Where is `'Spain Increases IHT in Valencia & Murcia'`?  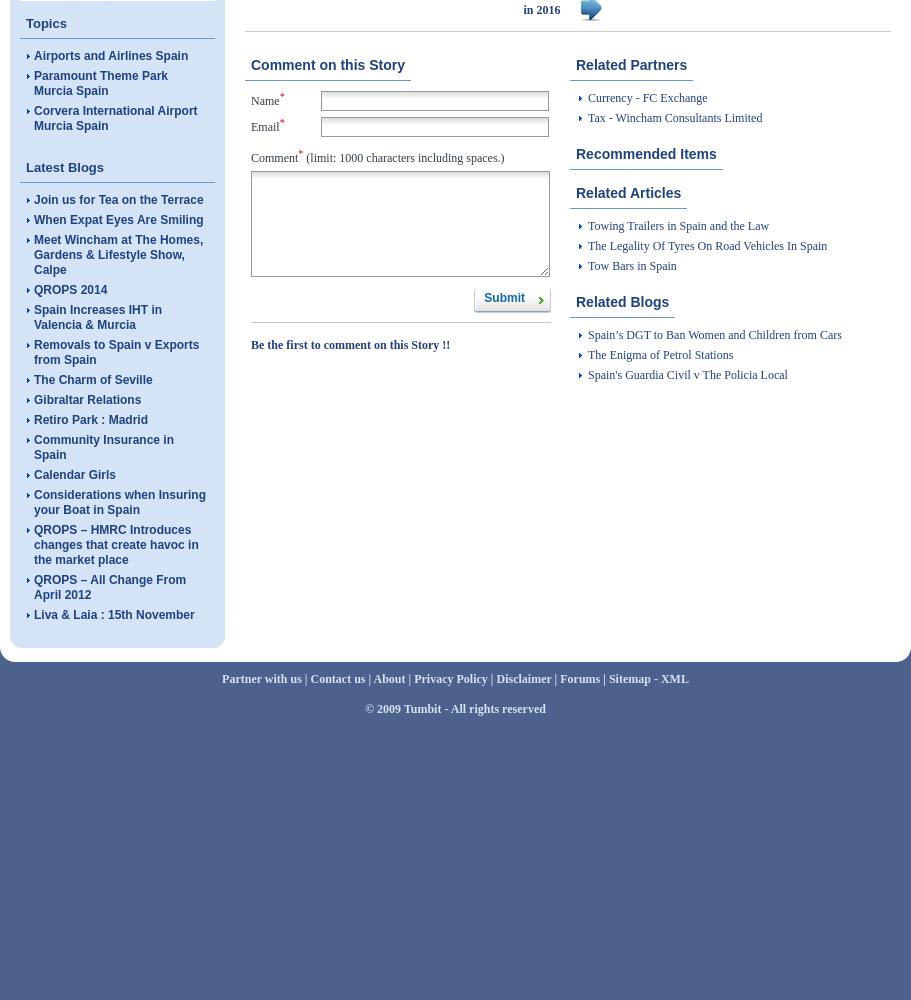 'Spain Increases IHT in Valencia & Murcia' is located at coordinates (33, 316).